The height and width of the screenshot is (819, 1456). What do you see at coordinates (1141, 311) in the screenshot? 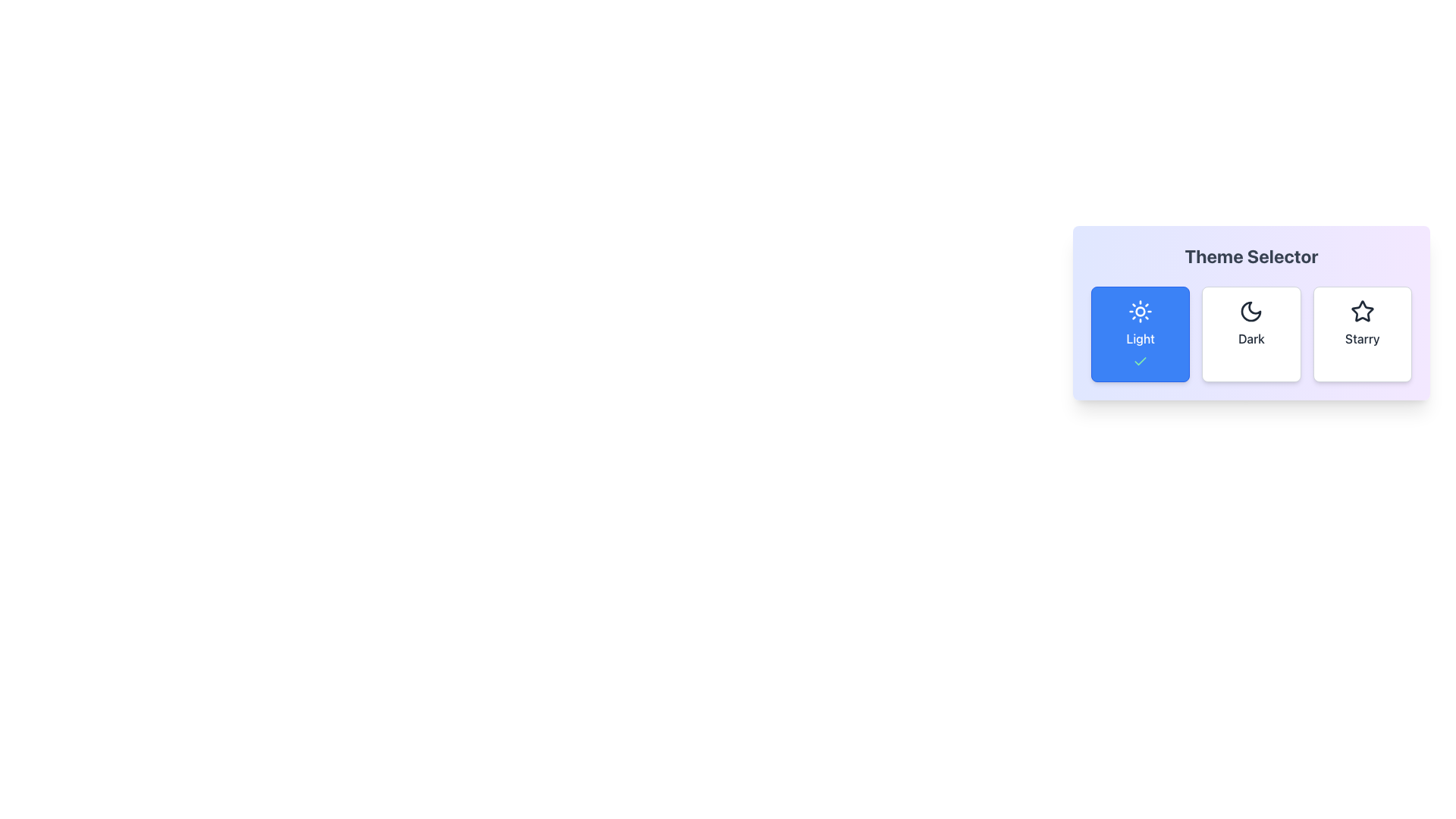
I see `the Decorative SVG circle element, which is the central circle of the sun-shaped icon within the leftmost 'Light' theme selection button` at bounding box center [1141, 311].